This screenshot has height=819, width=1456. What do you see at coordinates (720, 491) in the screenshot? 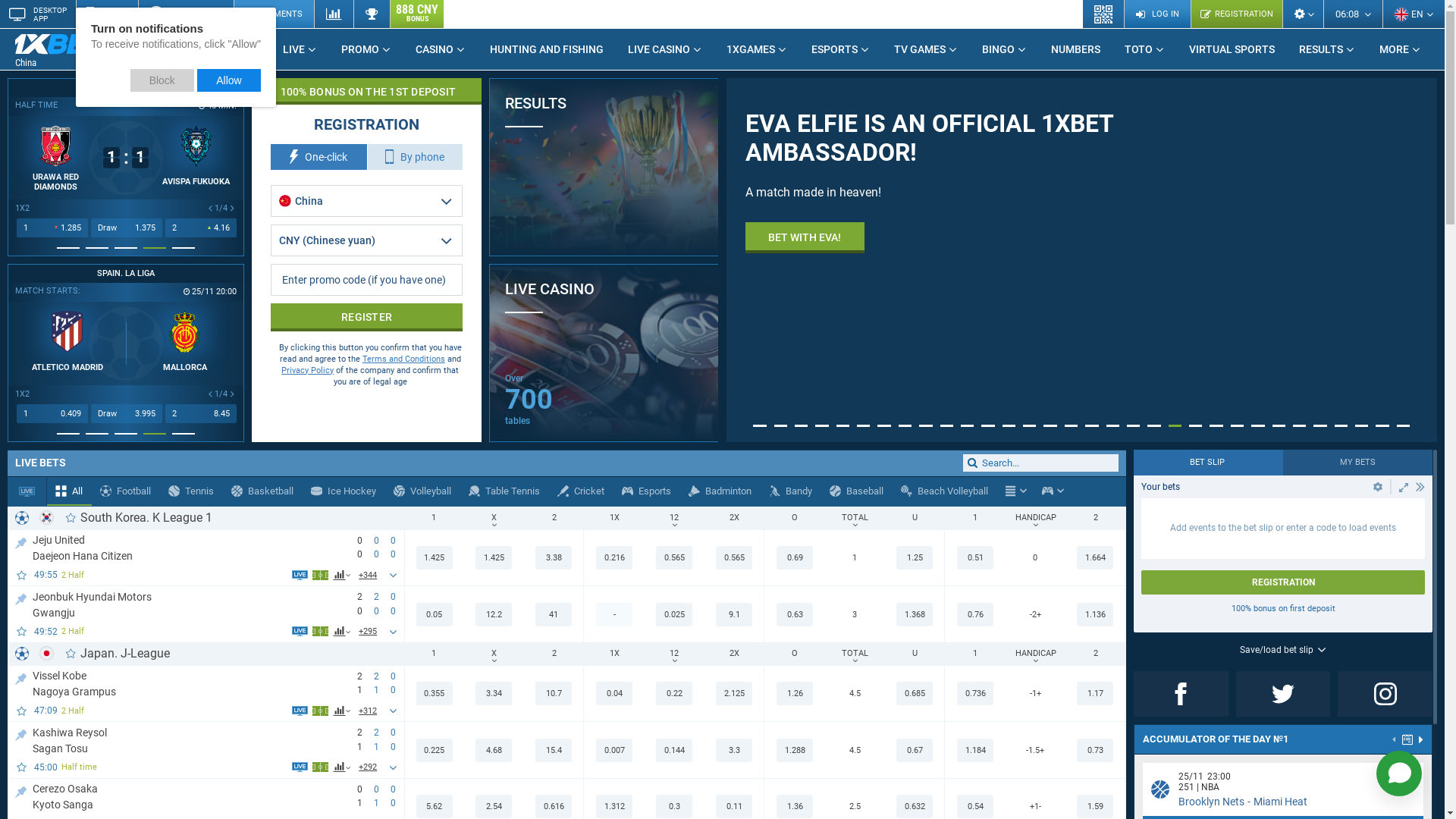
I see `'Badminton'` at bounding box center [720, 491].